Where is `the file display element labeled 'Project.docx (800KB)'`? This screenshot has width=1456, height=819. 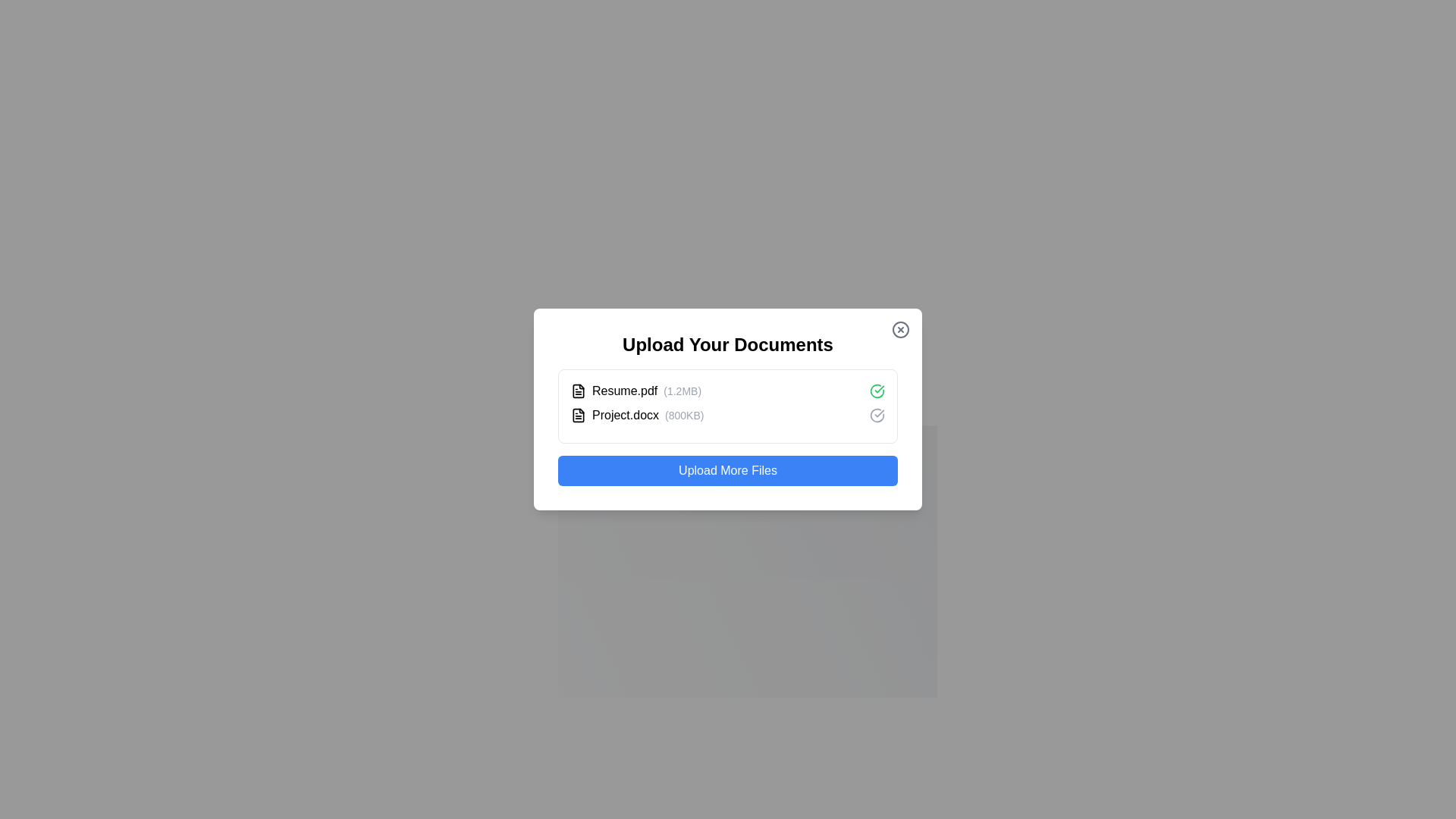 the file display element labeled 'Project.docx (800KB)' is located at coordinates (637, 415).